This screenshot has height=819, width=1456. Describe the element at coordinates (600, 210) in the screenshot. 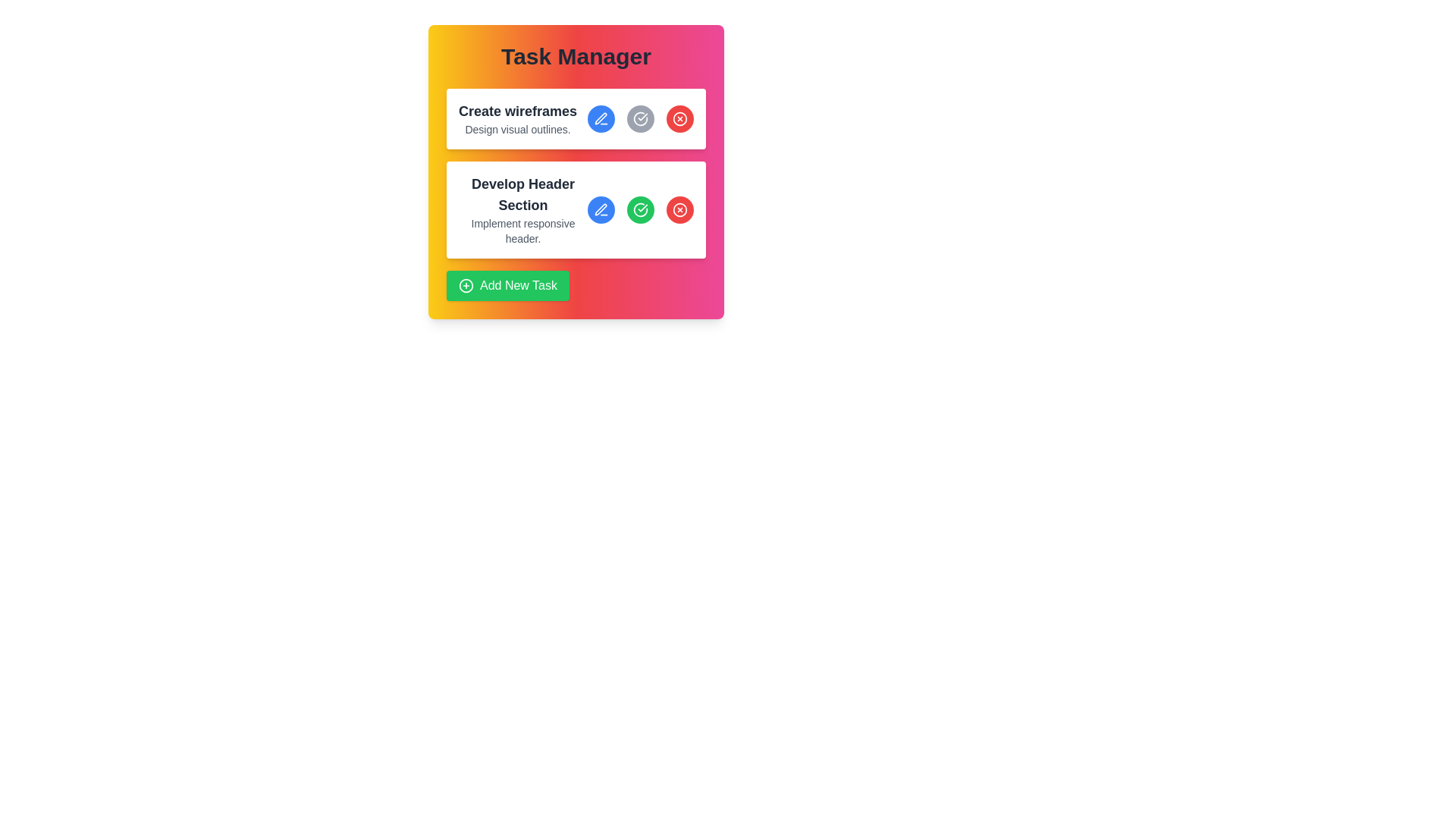

I see `the pen icon button with a blue circular background located in the second task card titled 'Develop Header Section' to initiate editing the task` at that location.